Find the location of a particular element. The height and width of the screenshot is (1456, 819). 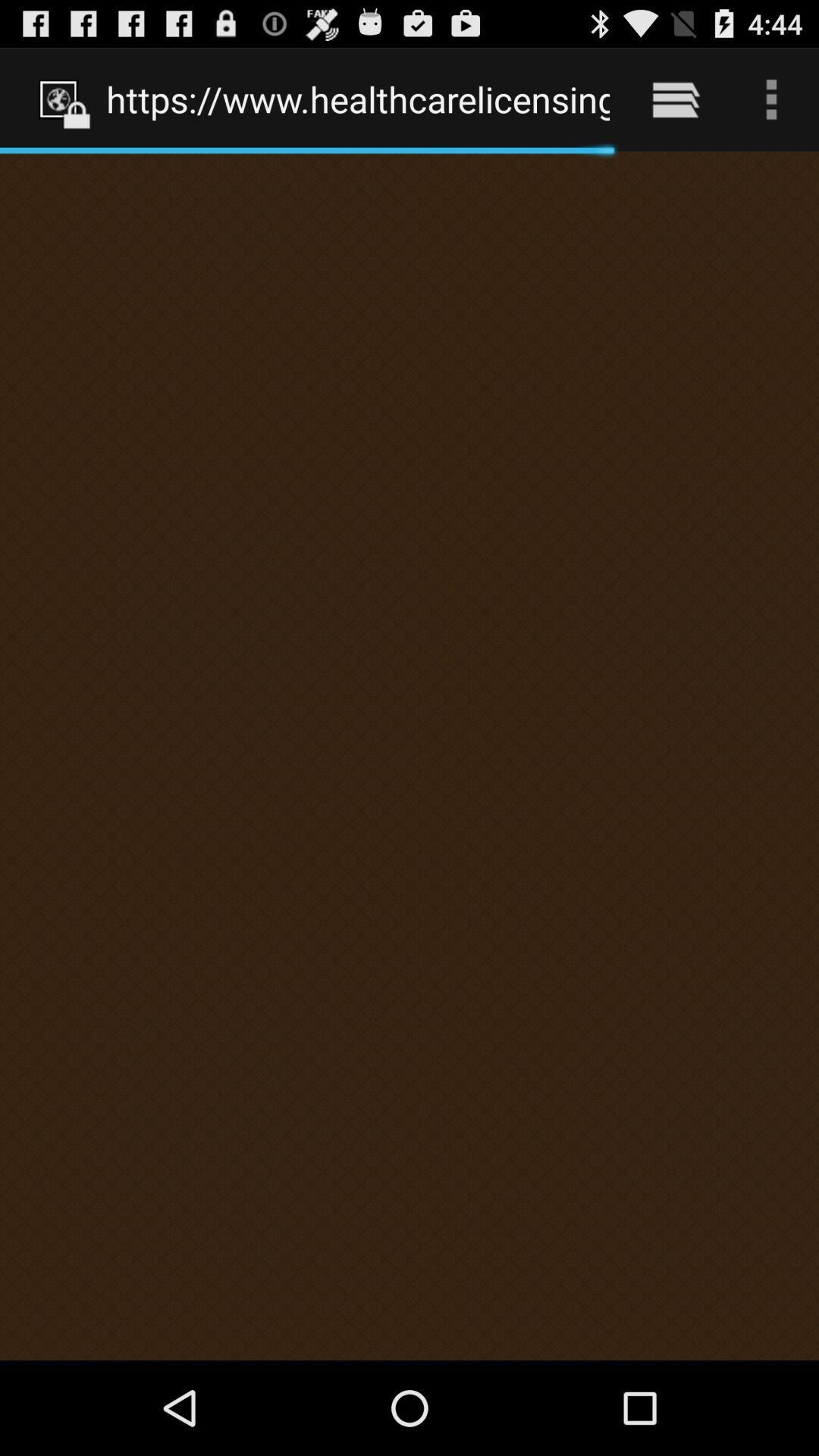

the item next to the https www healthcarelicensing icon is located at coordinates (675, 99).